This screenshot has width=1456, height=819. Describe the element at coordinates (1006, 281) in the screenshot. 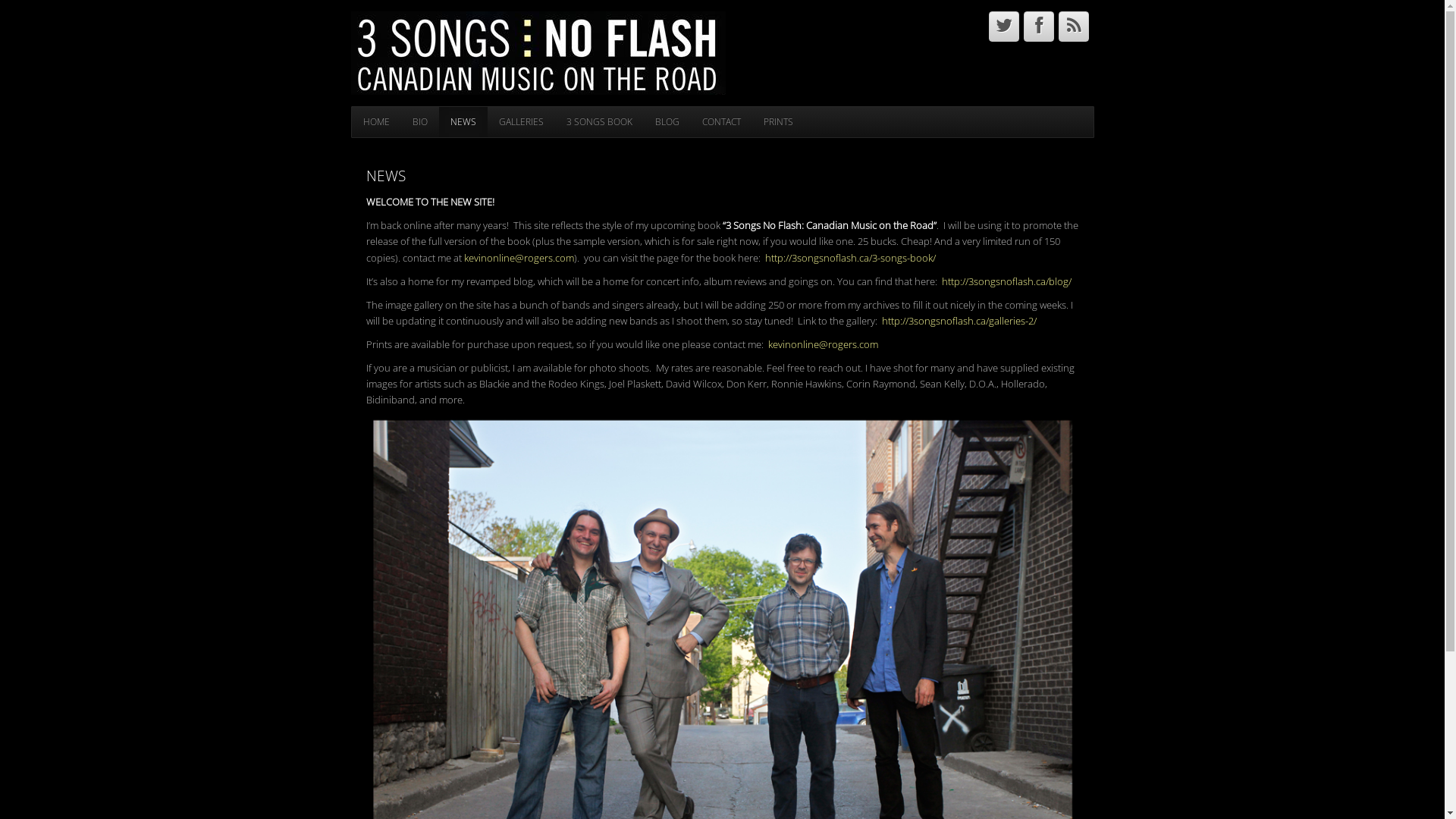

I see `'http://3songsnoflash.ca/blog/'` at that location.